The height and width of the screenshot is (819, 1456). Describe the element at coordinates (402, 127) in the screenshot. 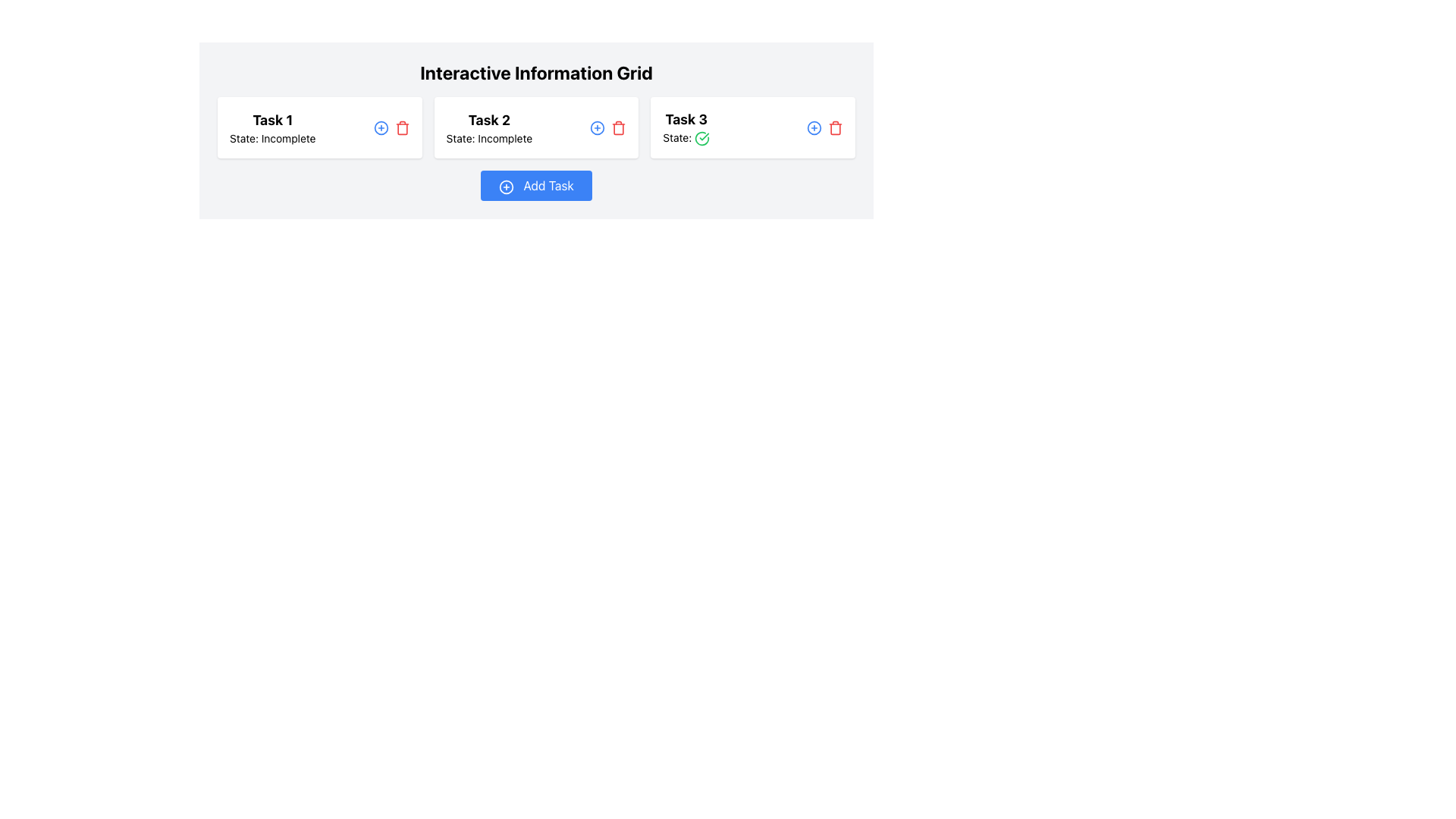

I see `the red trash icon button located on the far right side of the control set associated with 'Task 1'` at that location.